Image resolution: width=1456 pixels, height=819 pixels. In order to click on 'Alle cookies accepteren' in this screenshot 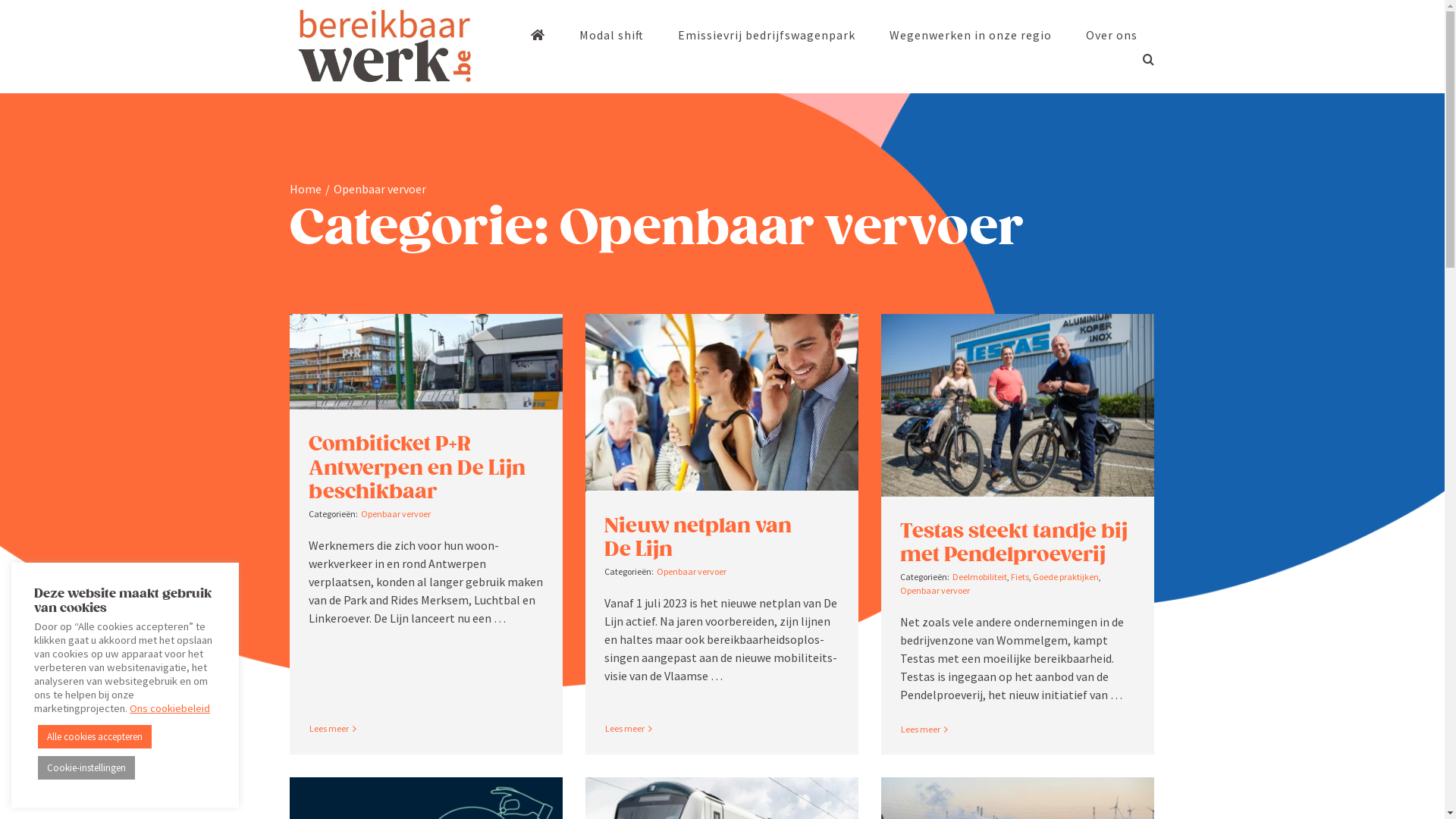, I will do `click(37, 736)`.